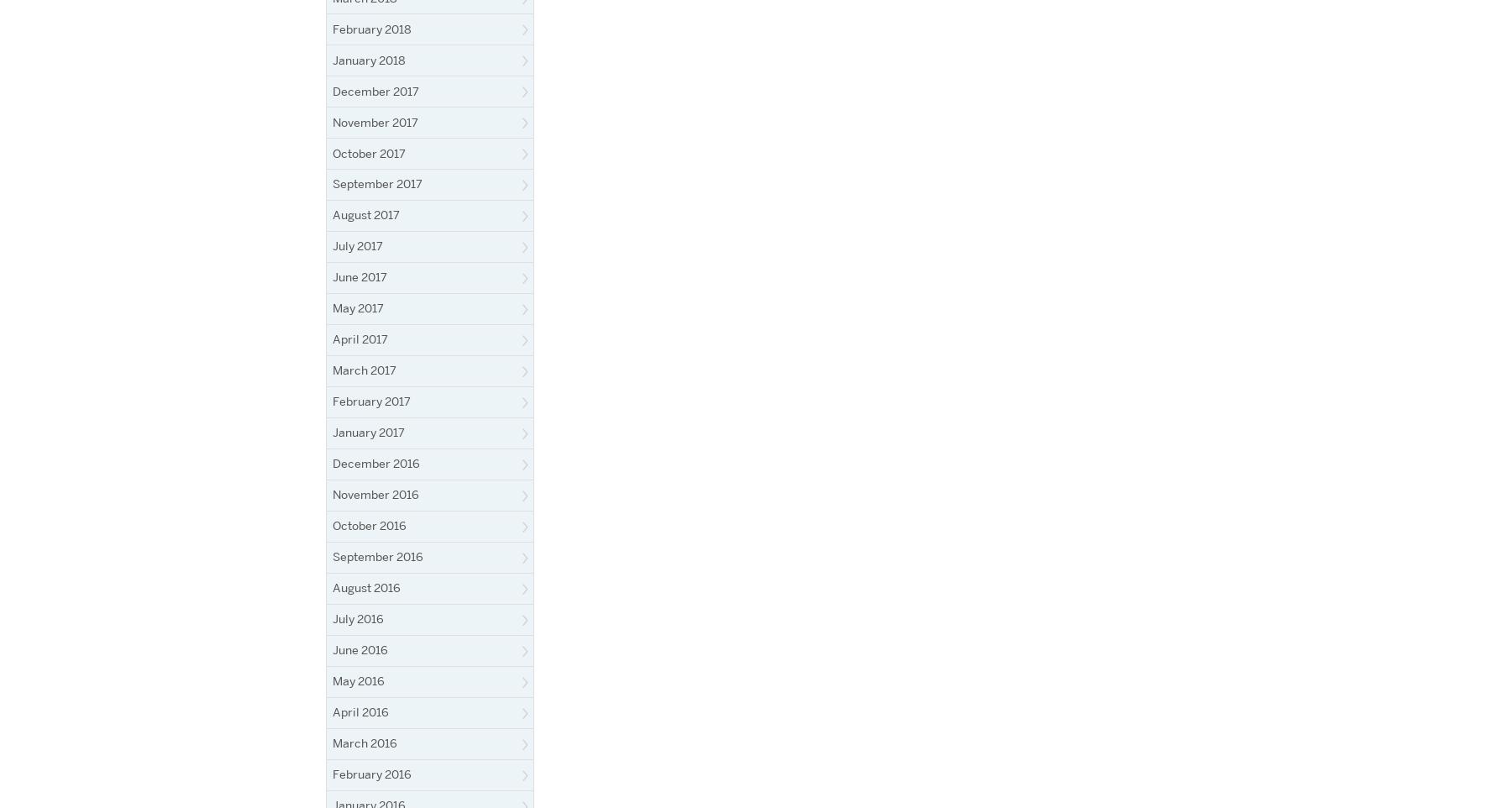 The image size is (1512, 808). Describe the element at coordinates (333, 494) in the screenshot. I see `'November 2016'` at that location.